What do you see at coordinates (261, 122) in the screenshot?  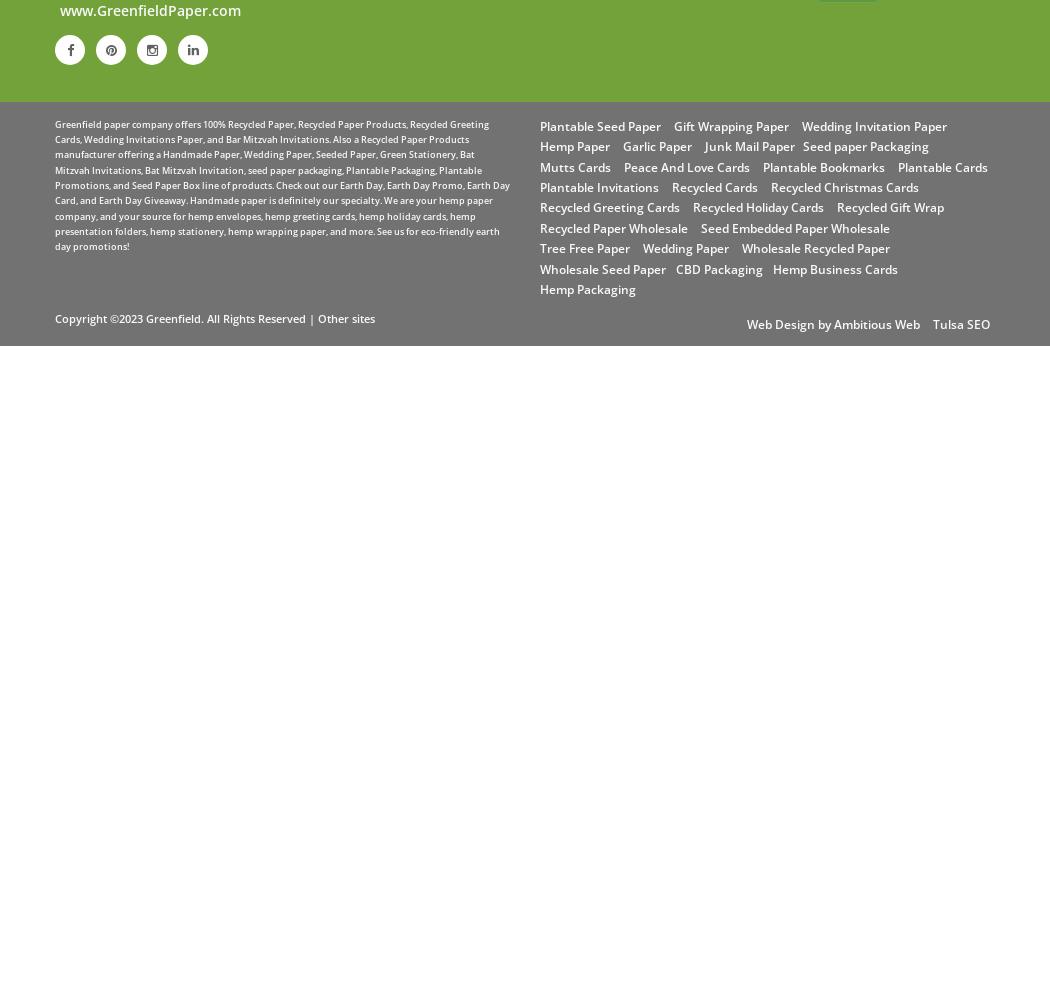 I see `'Recycled 
					Paper'` at bounding box center [261, 122].